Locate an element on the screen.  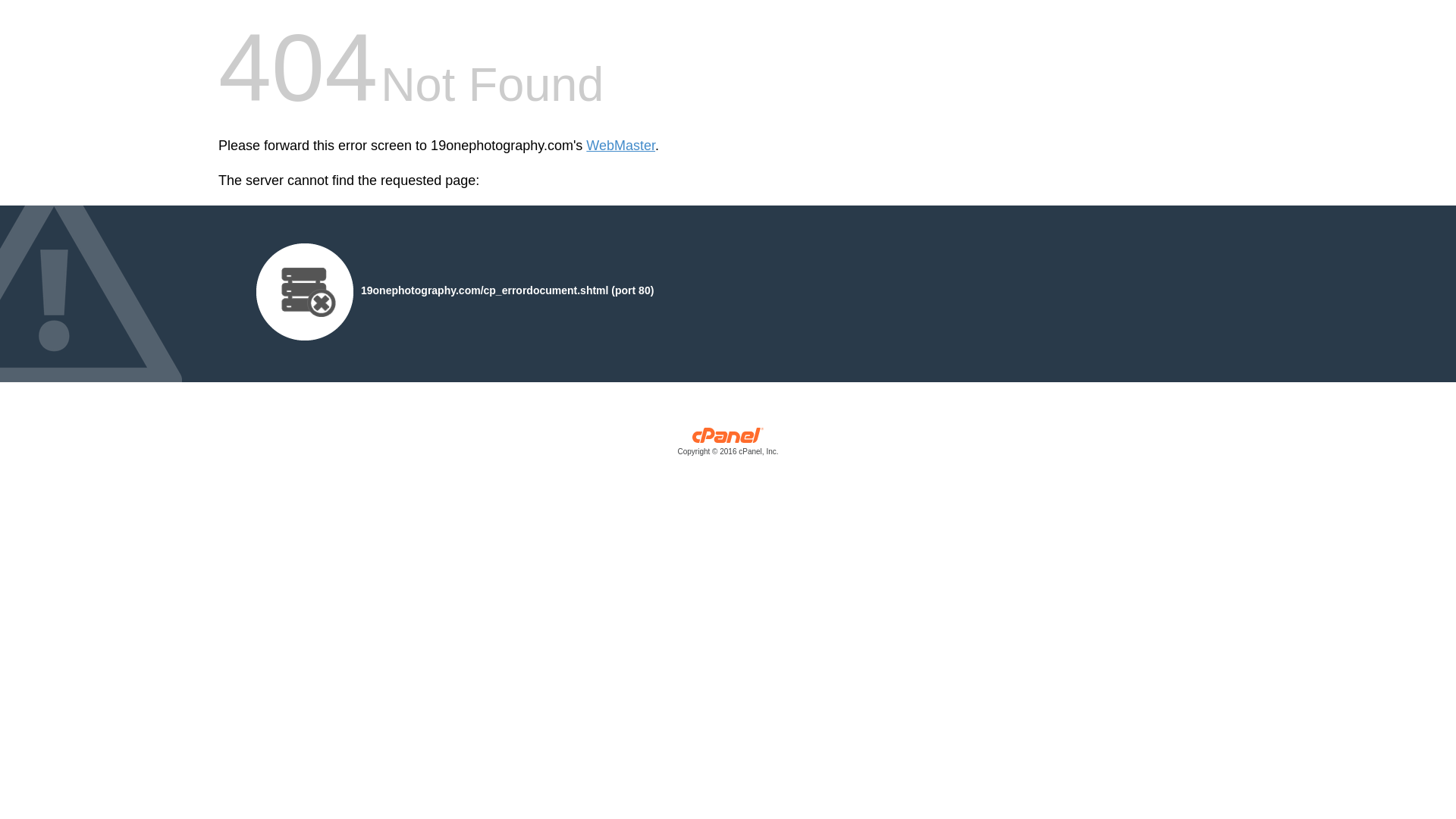
'WebMaster' is located at coordinates (620, 146).